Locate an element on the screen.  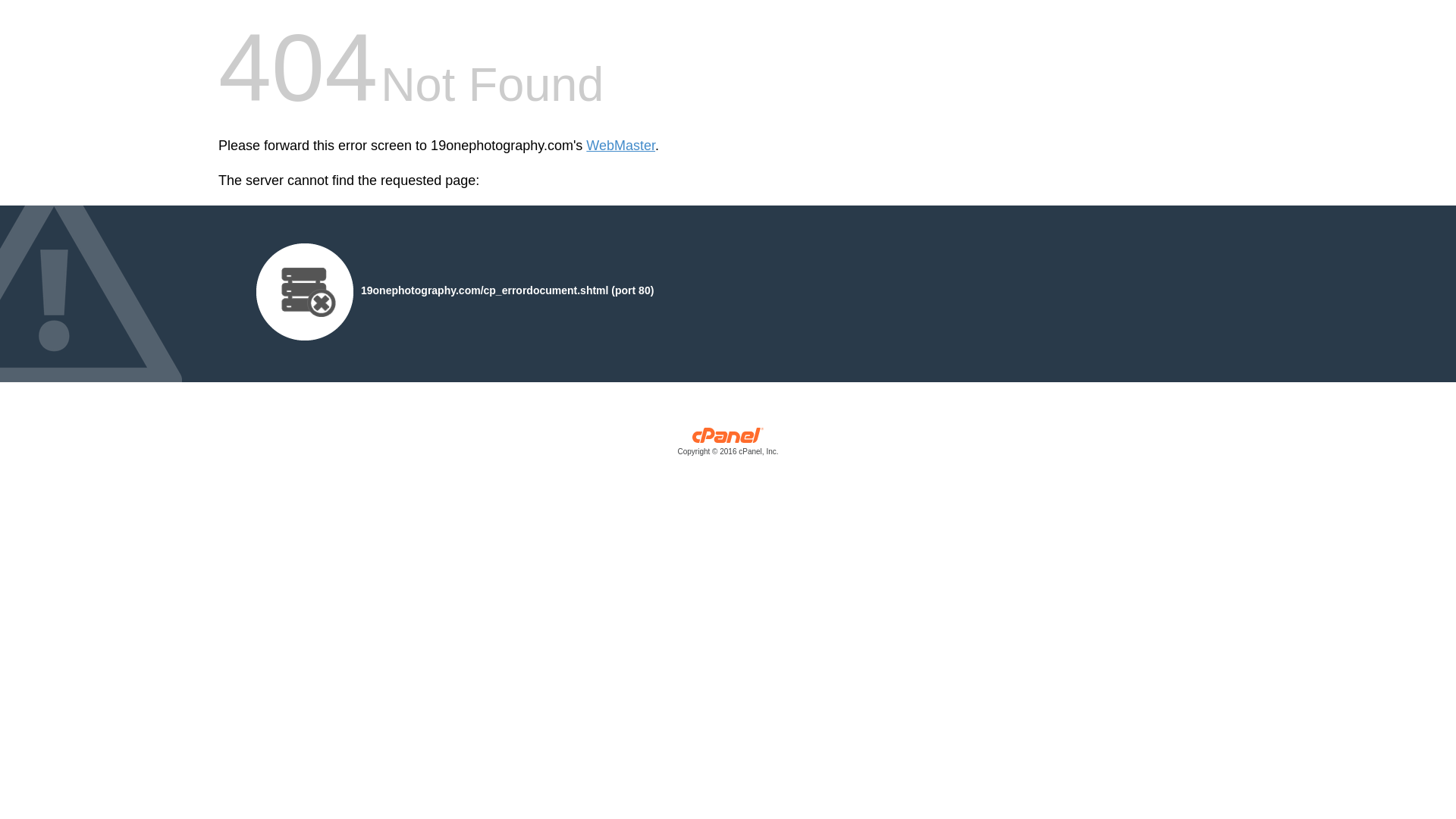
'WebMaster' is located at coordinates (620, 146).